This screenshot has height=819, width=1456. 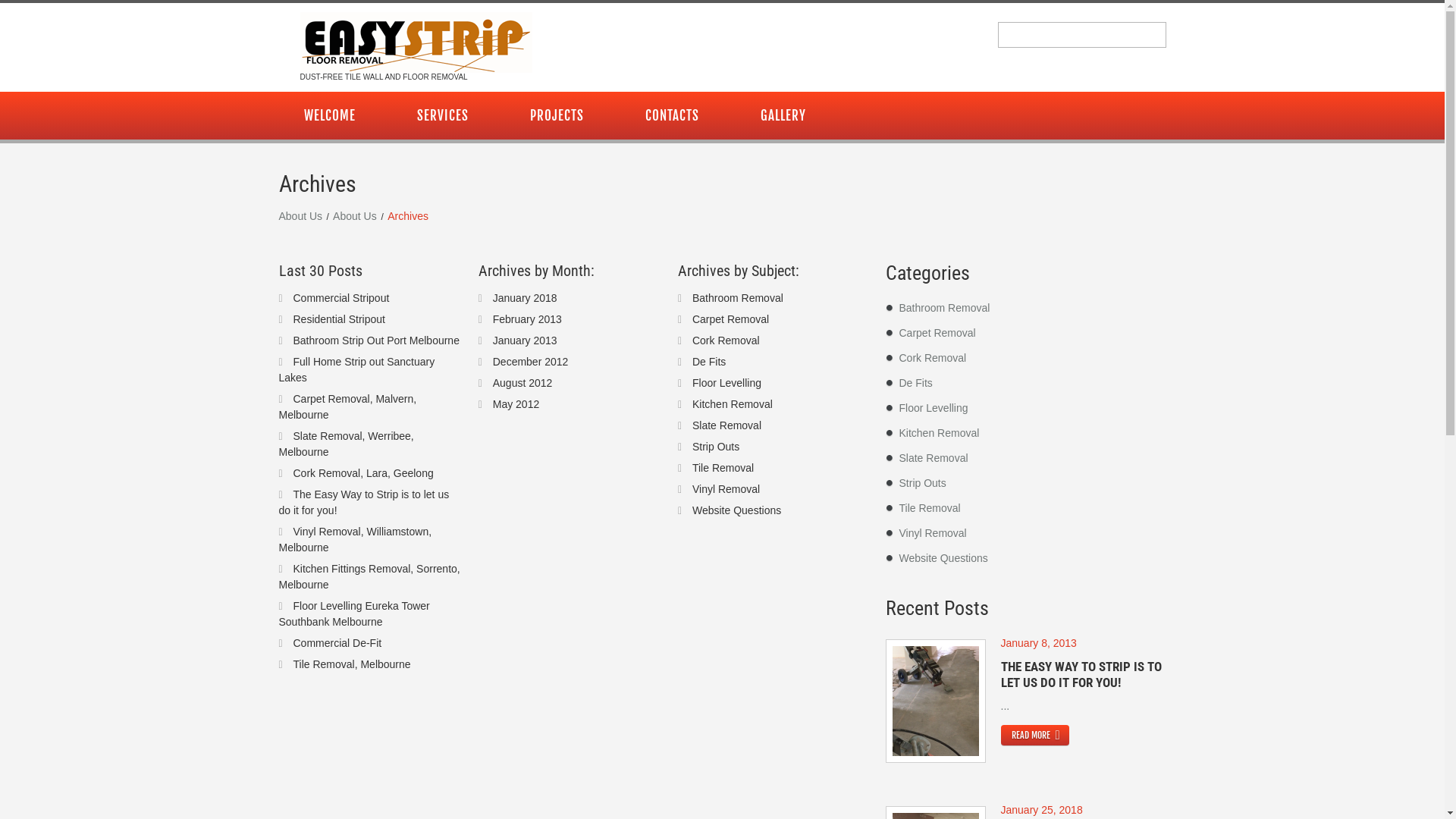 What do you see at coordinates (355, 538) in the screenshot?
I see `'Vinyl Removal, Williamstown, Melbourne'` at bounding box center [355, 538].